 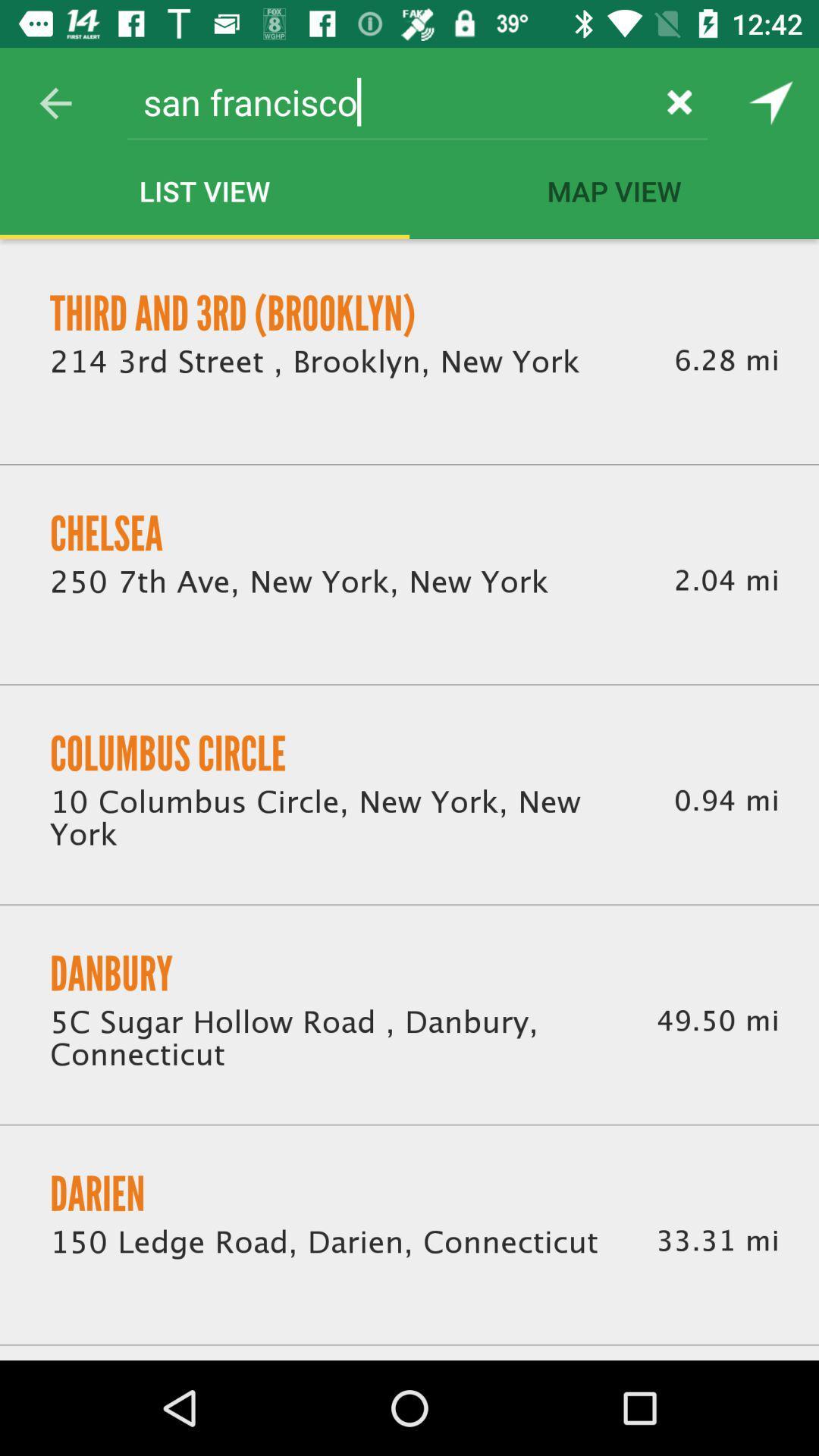 I want to click on the icon next to 214 3rd street icon, so click(x=726, y=359).